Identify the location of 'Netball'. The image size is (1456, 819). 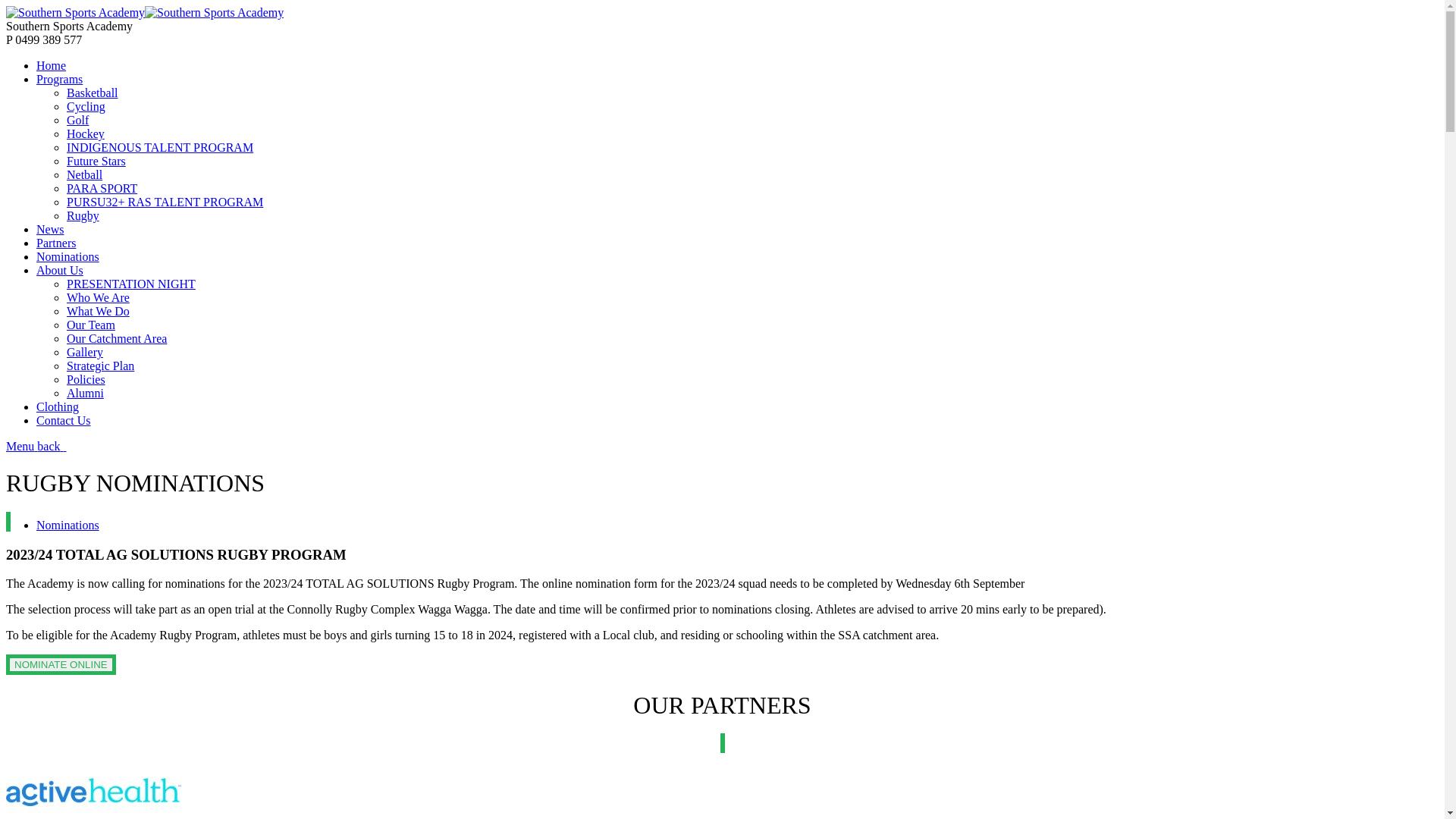
(83, 174).